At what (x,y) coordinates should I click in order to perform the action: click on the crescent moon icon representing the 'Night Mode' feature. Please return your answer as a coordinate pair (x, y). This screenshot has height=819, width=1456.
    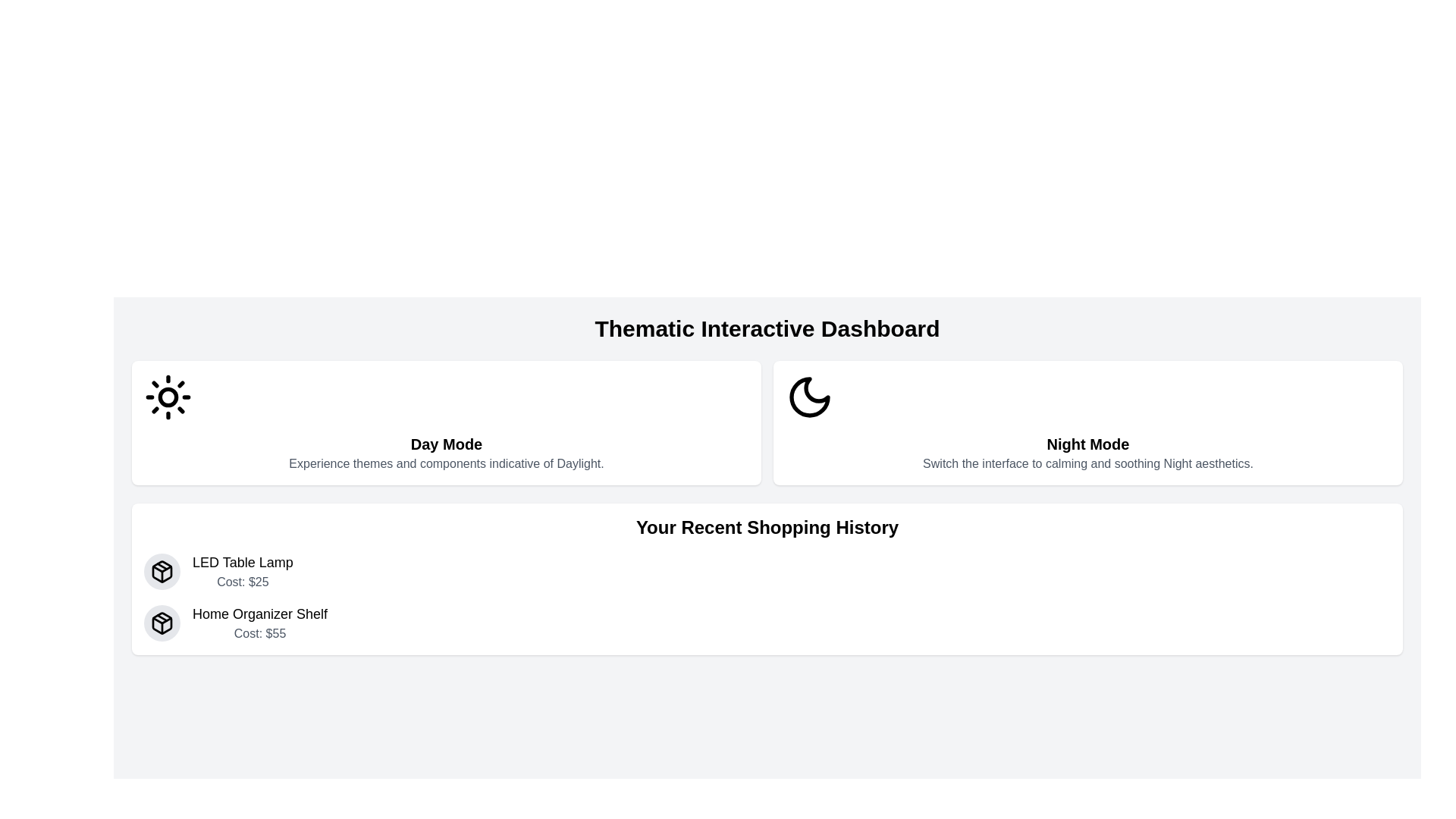
    Looking at the image, I should click on (809, 397).